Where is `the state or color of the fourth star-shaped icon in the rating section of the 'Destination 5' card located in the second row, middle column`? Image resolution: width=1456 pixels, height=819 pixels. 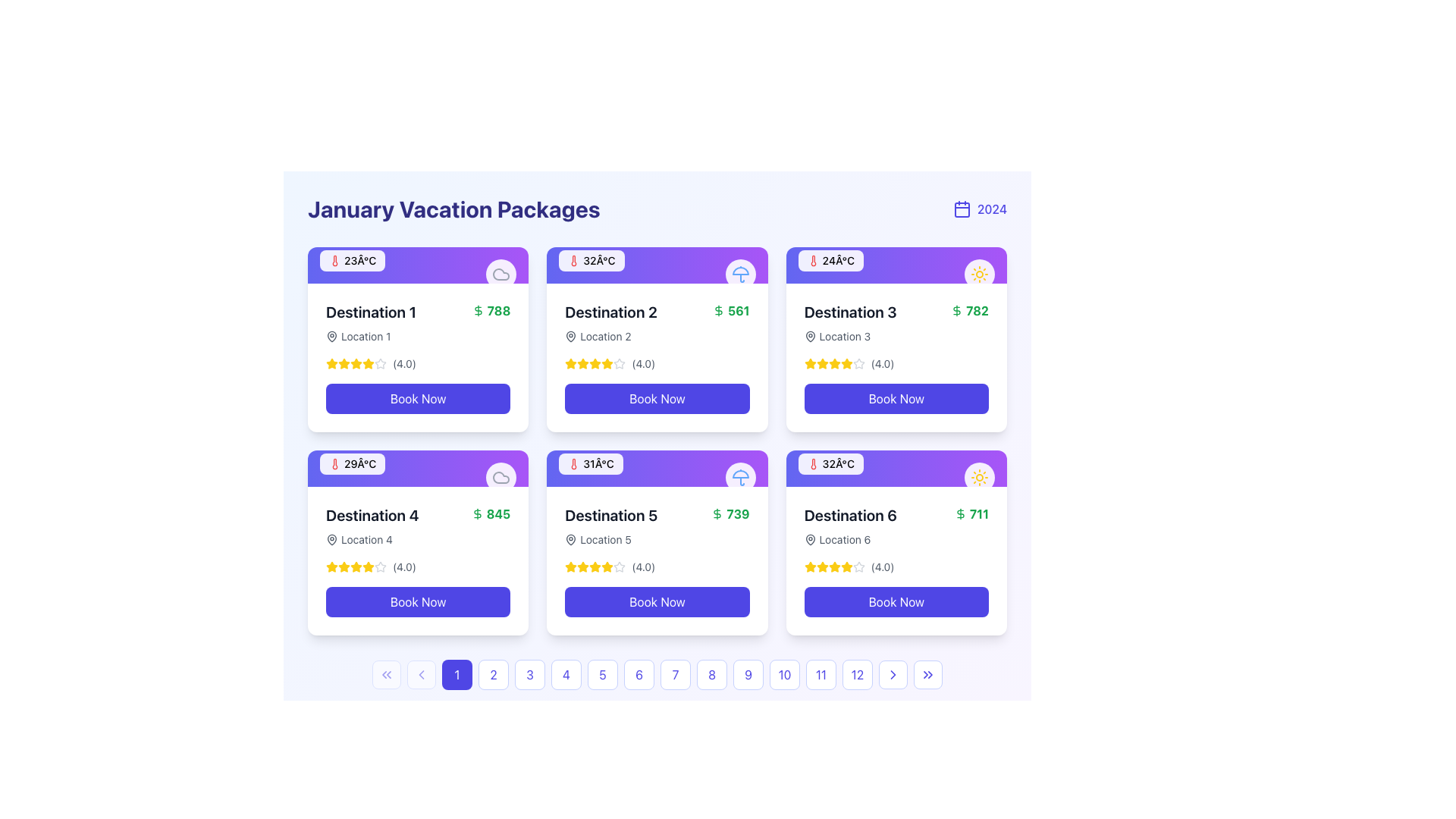 the state or color of the fourth star-shaped icon in the rating section of the 'Destination 5' card located in the second row, middle column is located at coordinates (595, 567).